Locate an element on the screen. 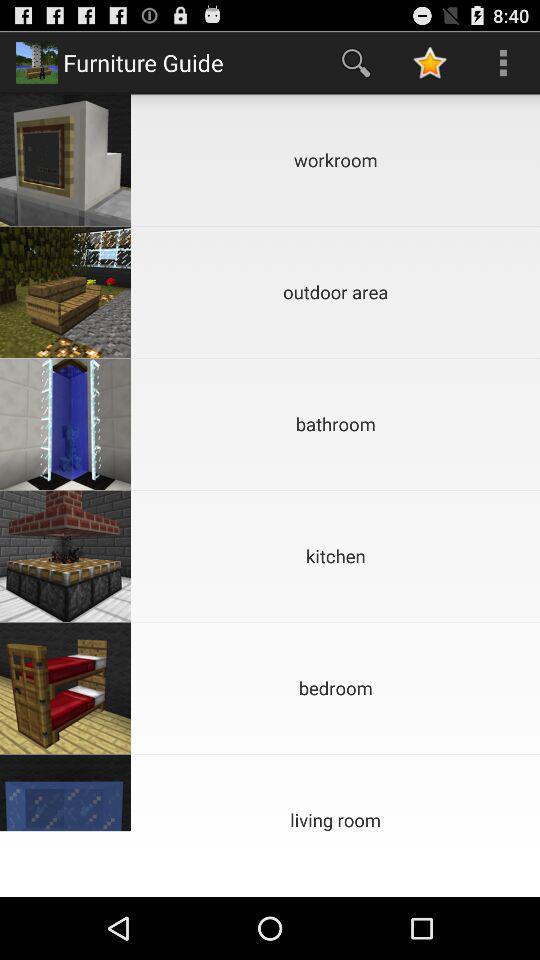  the living room app is located at coordinates (335, 792).